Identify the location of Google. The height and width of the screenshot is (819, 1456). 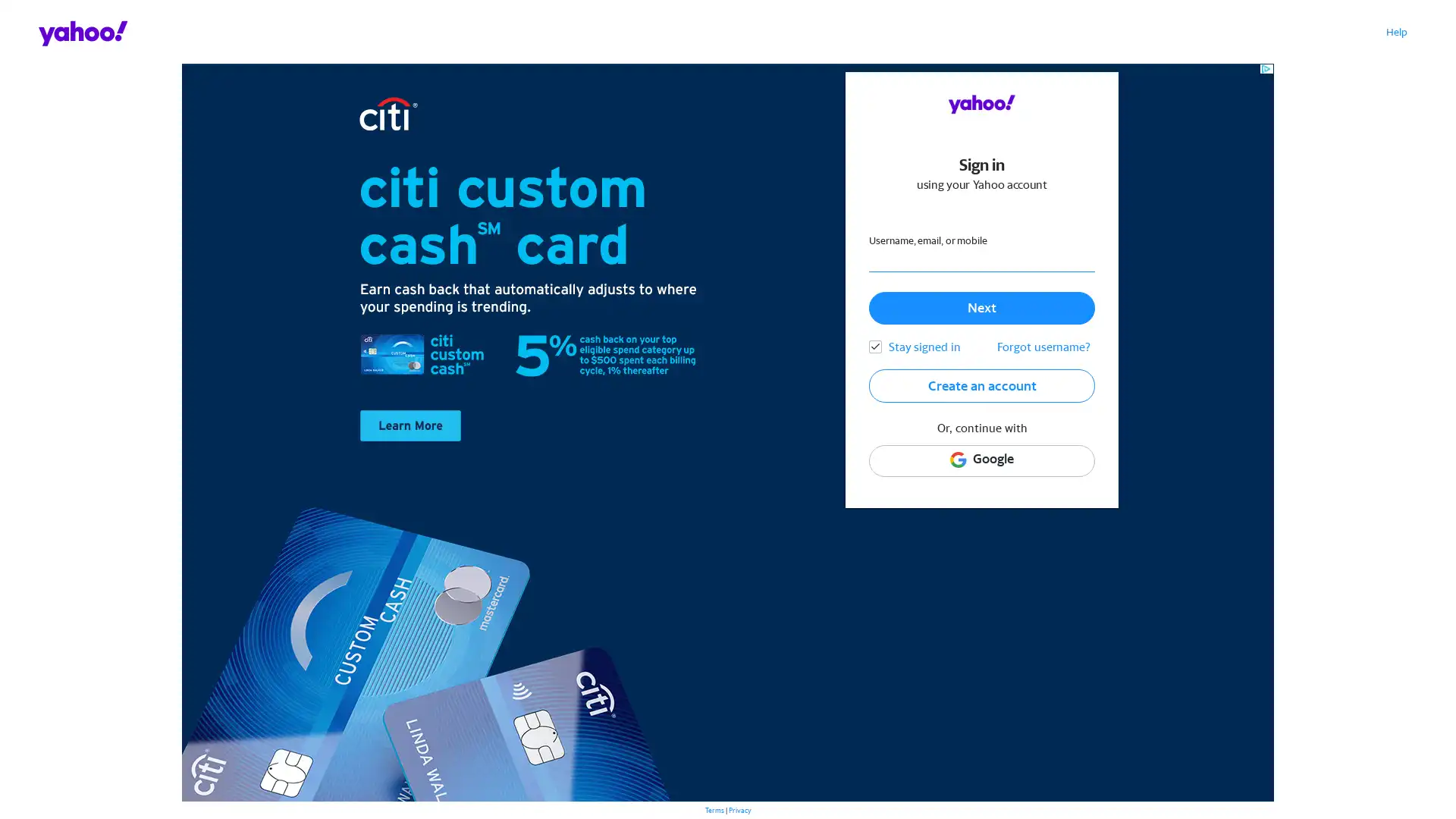
(981, 460).